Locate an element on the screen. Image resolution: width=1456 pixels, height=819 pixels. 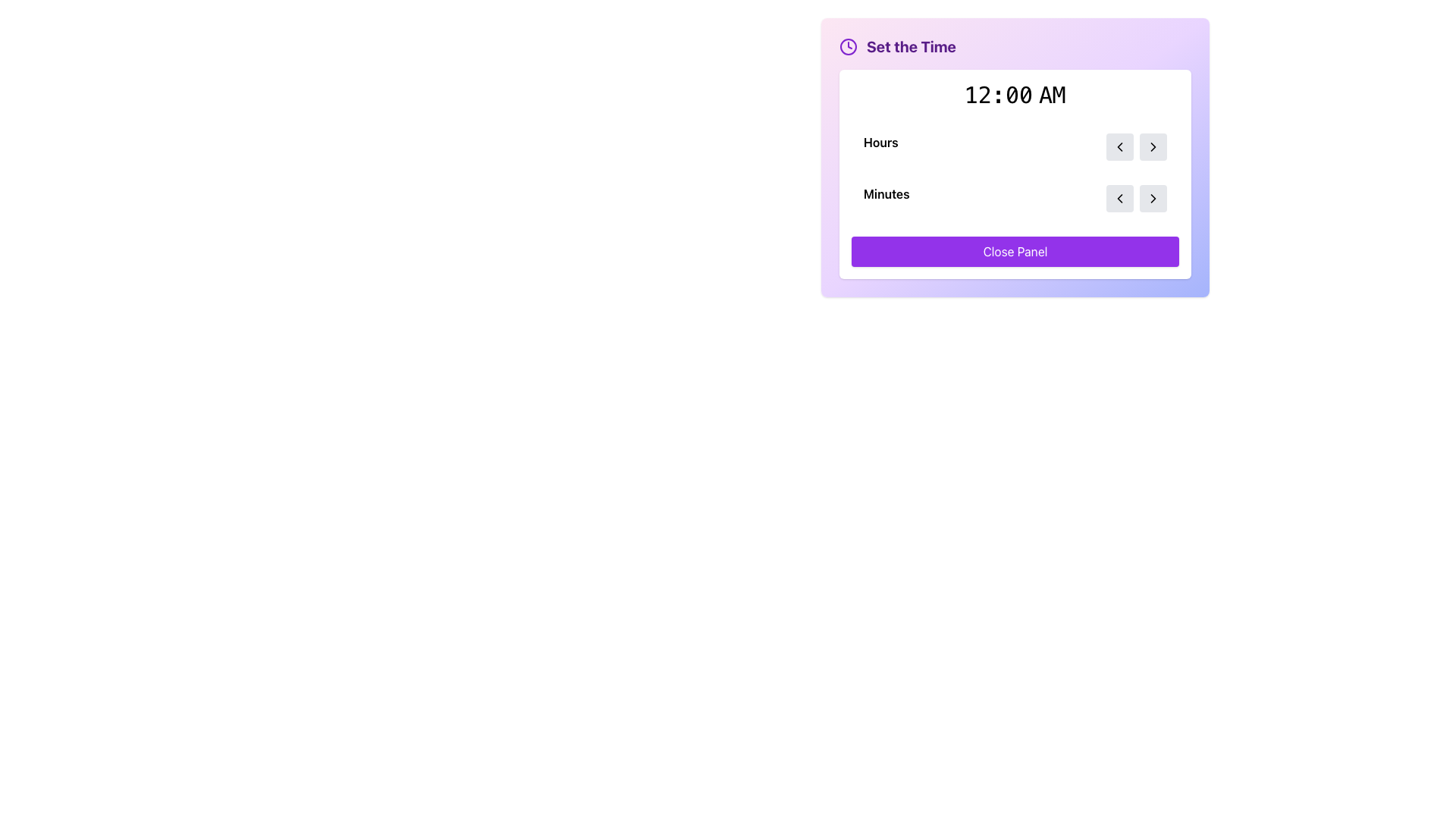
the increment button located in the bottom-right corner of the 'Minutes' section of the time-setting panel to trigger the hover effect is located at coordinates (1153, 198).